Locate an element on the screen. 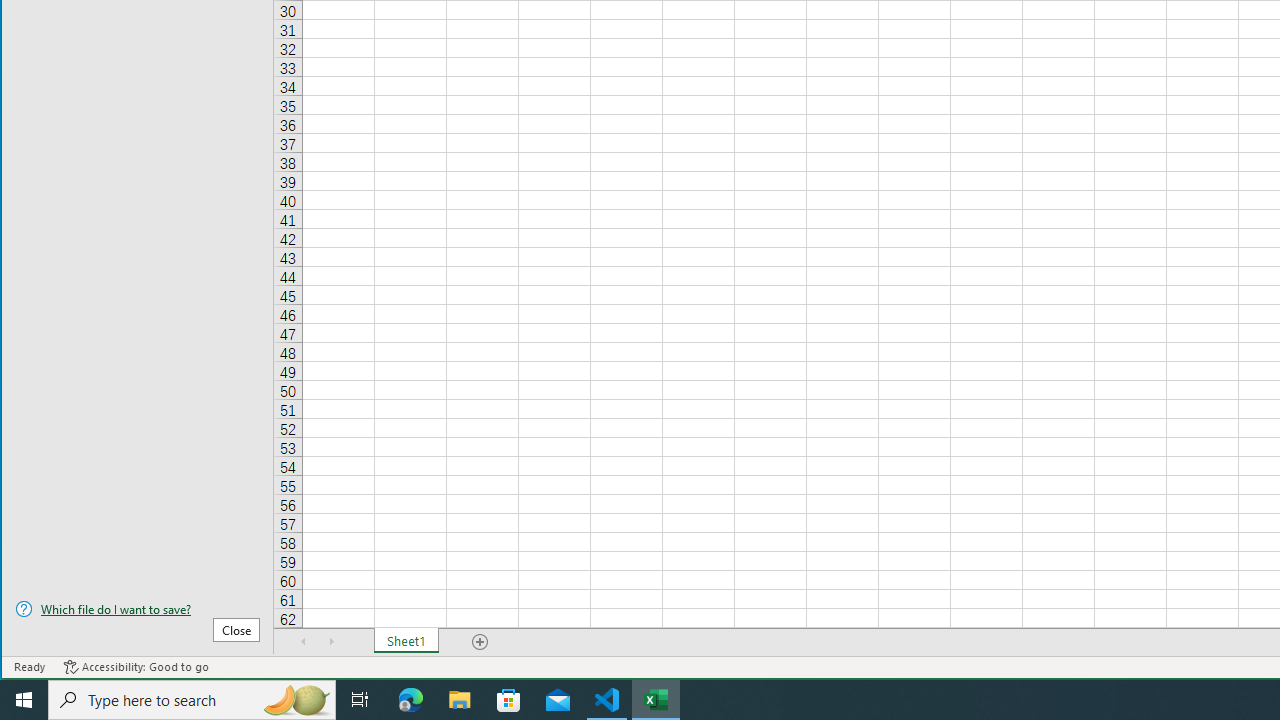  'Type here to search' is located at coordinates (192, 698).